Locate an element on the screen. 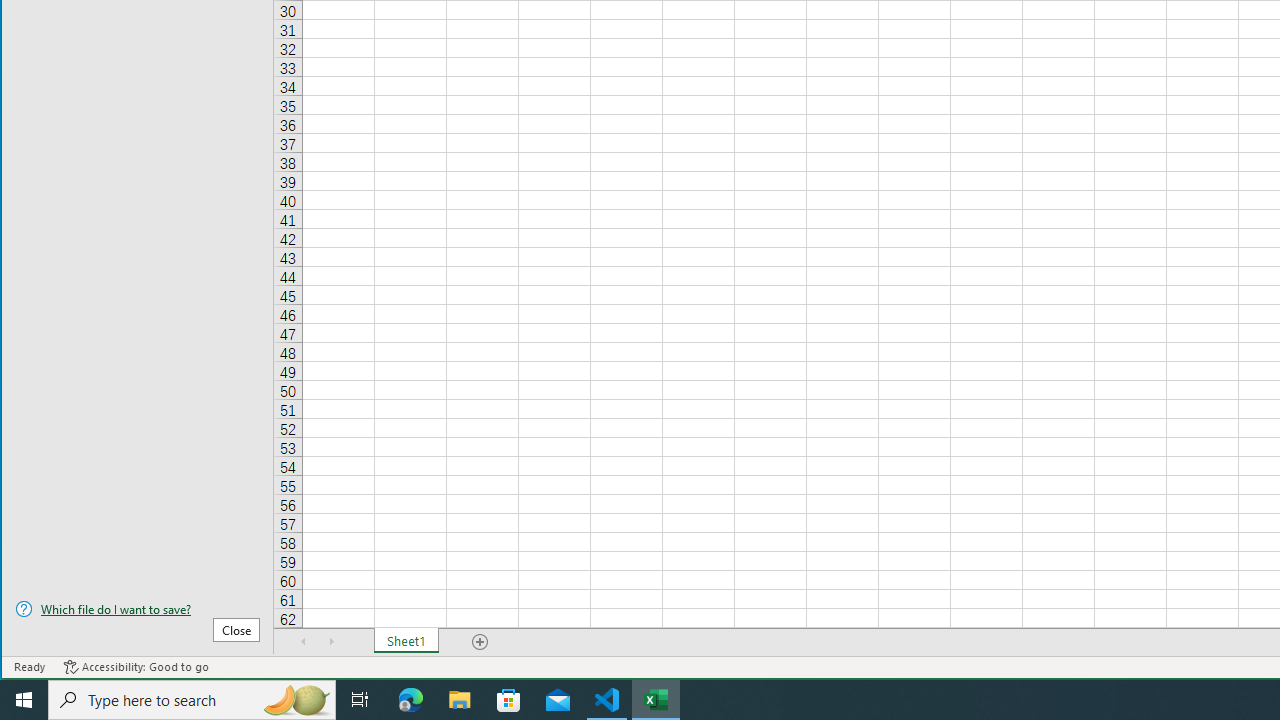  'Type here to search' is located at coordinates (192, 698).